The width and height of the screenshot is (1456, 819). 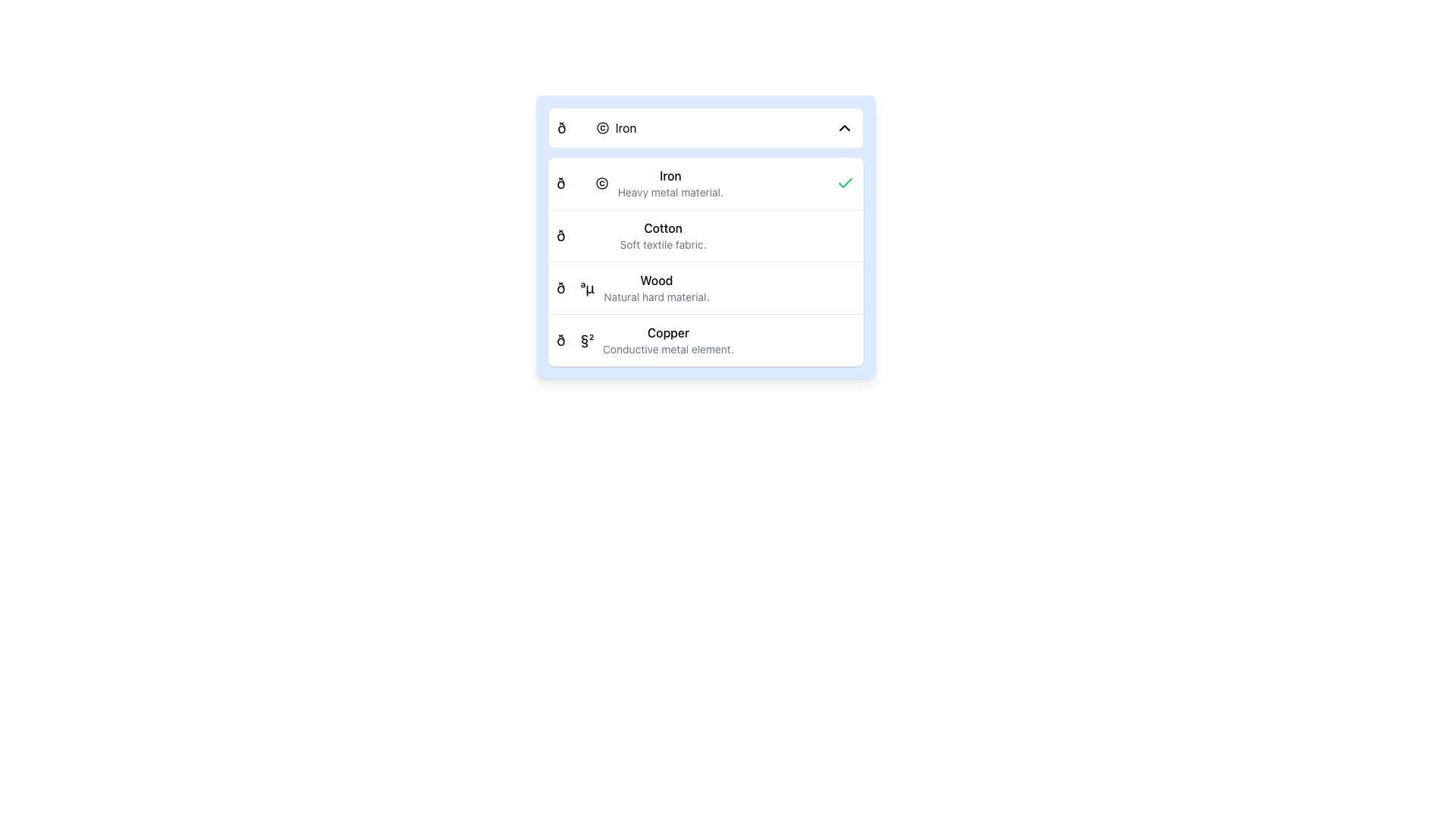 What do you see at coordinates (843, 127) in the screenshot?
I see `the upward-pointing chevron icon located at the far right of the dropdown component labeled 'Iron'` at bounding box center [843, 127].